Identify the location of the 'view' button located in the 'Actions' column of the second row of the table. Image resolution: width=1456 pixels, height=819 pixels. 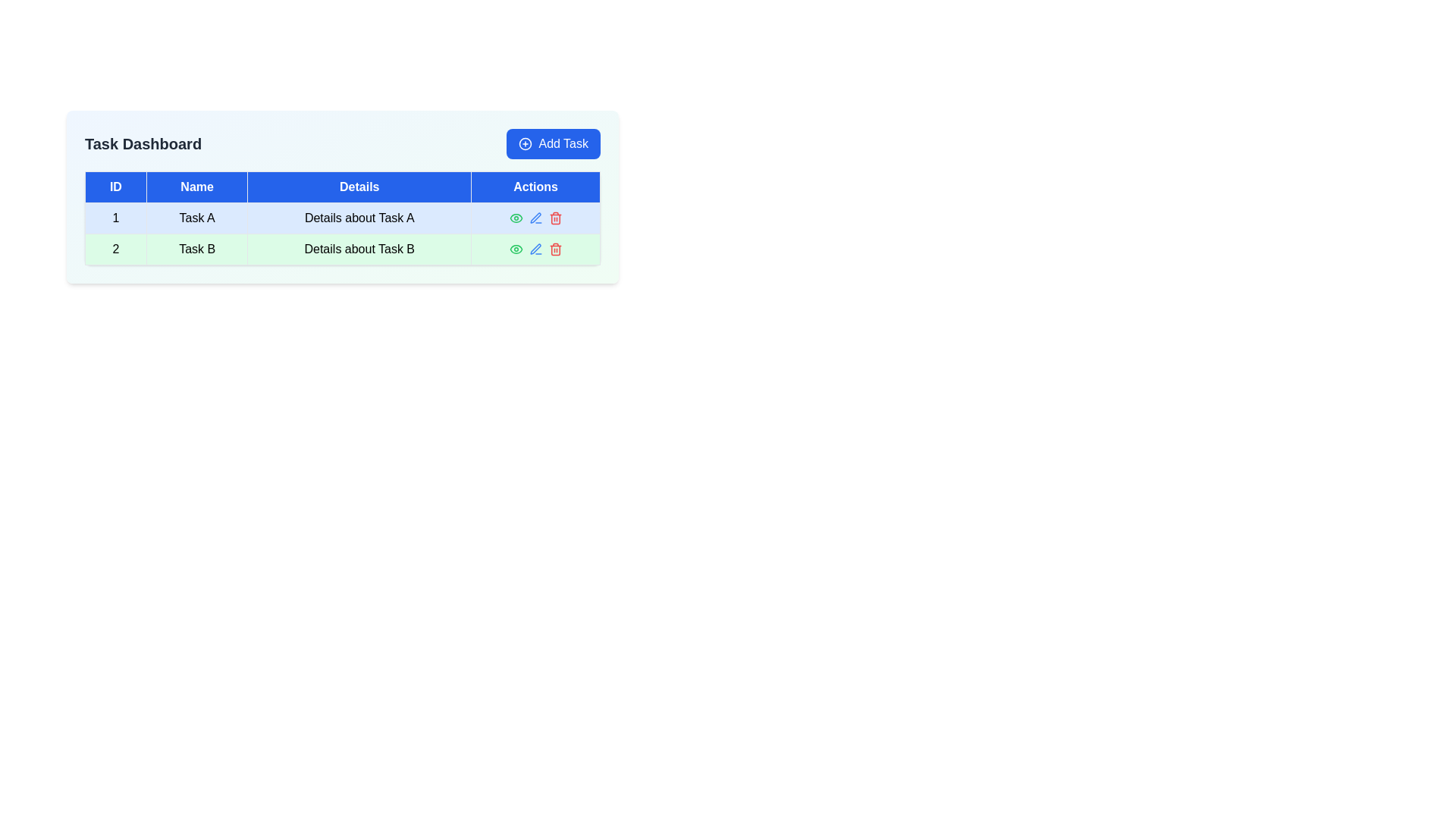
(516, 248).